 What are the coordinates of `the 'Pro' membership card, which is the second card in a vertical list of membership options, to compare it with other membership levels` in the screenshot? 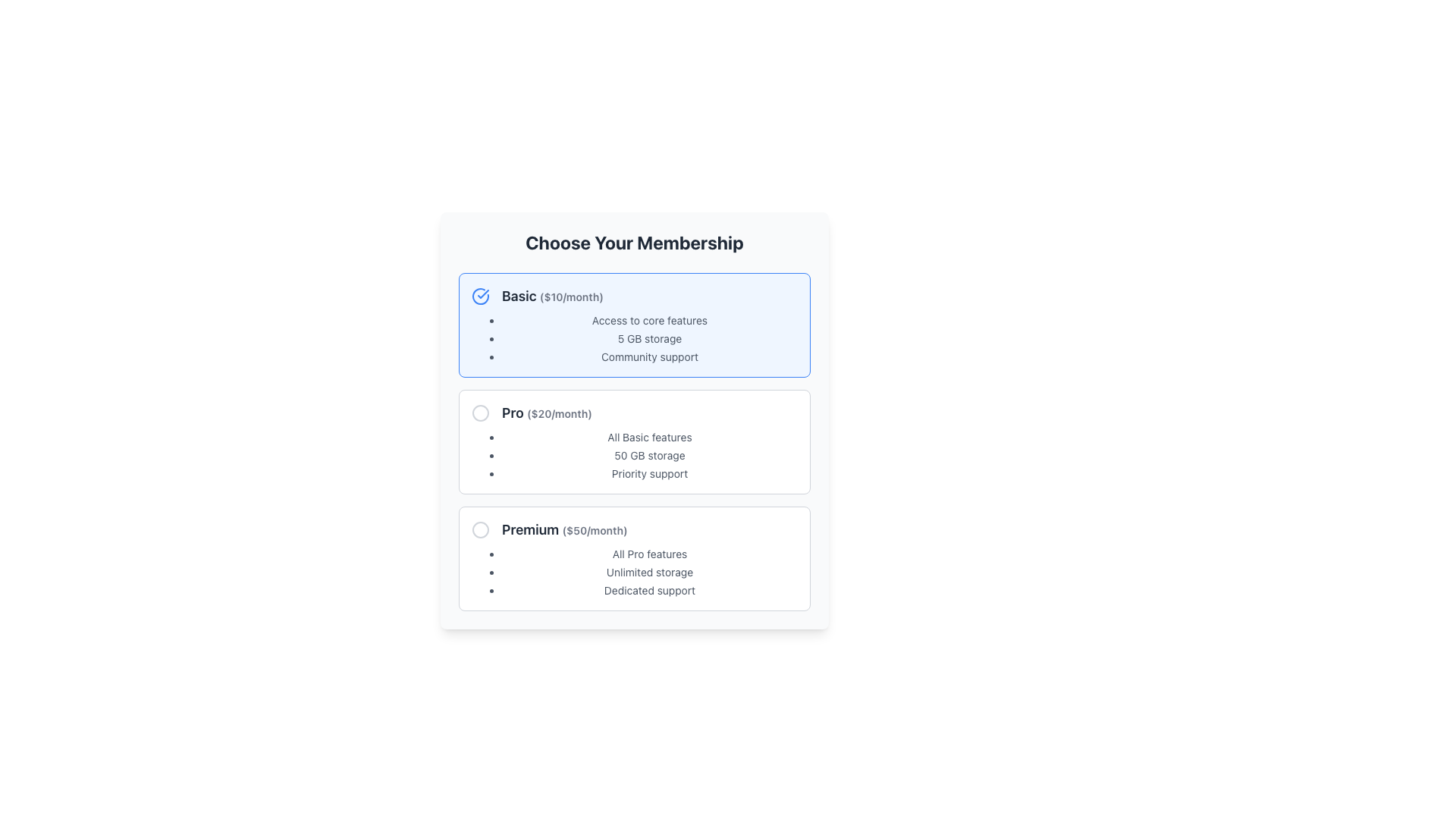 It's located at (634, 441).